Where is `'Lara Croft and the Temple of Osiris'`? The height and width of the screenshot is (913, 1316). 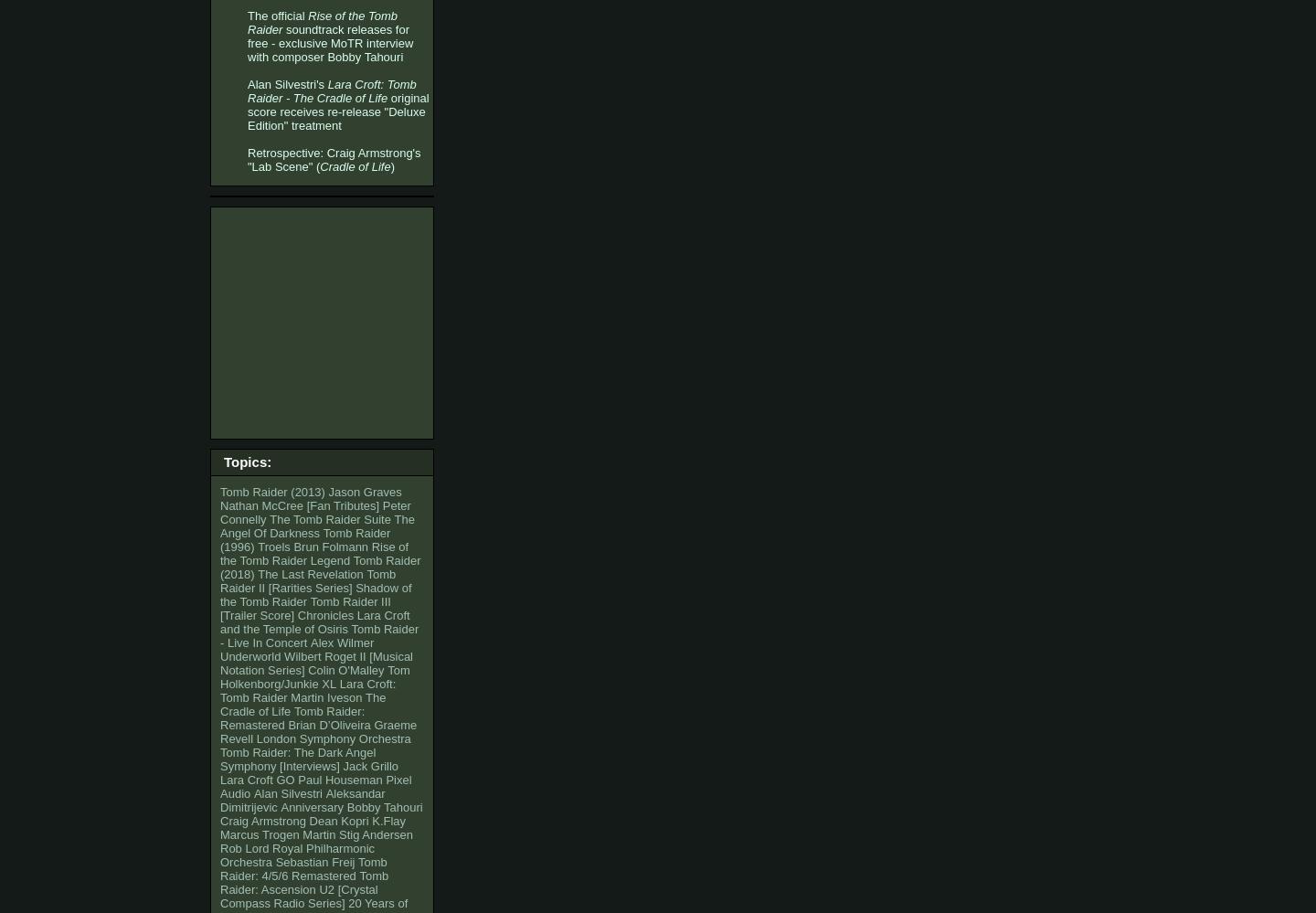
'Lara Croft and the Temple of Osiris' is located at coordinates (314, 622).